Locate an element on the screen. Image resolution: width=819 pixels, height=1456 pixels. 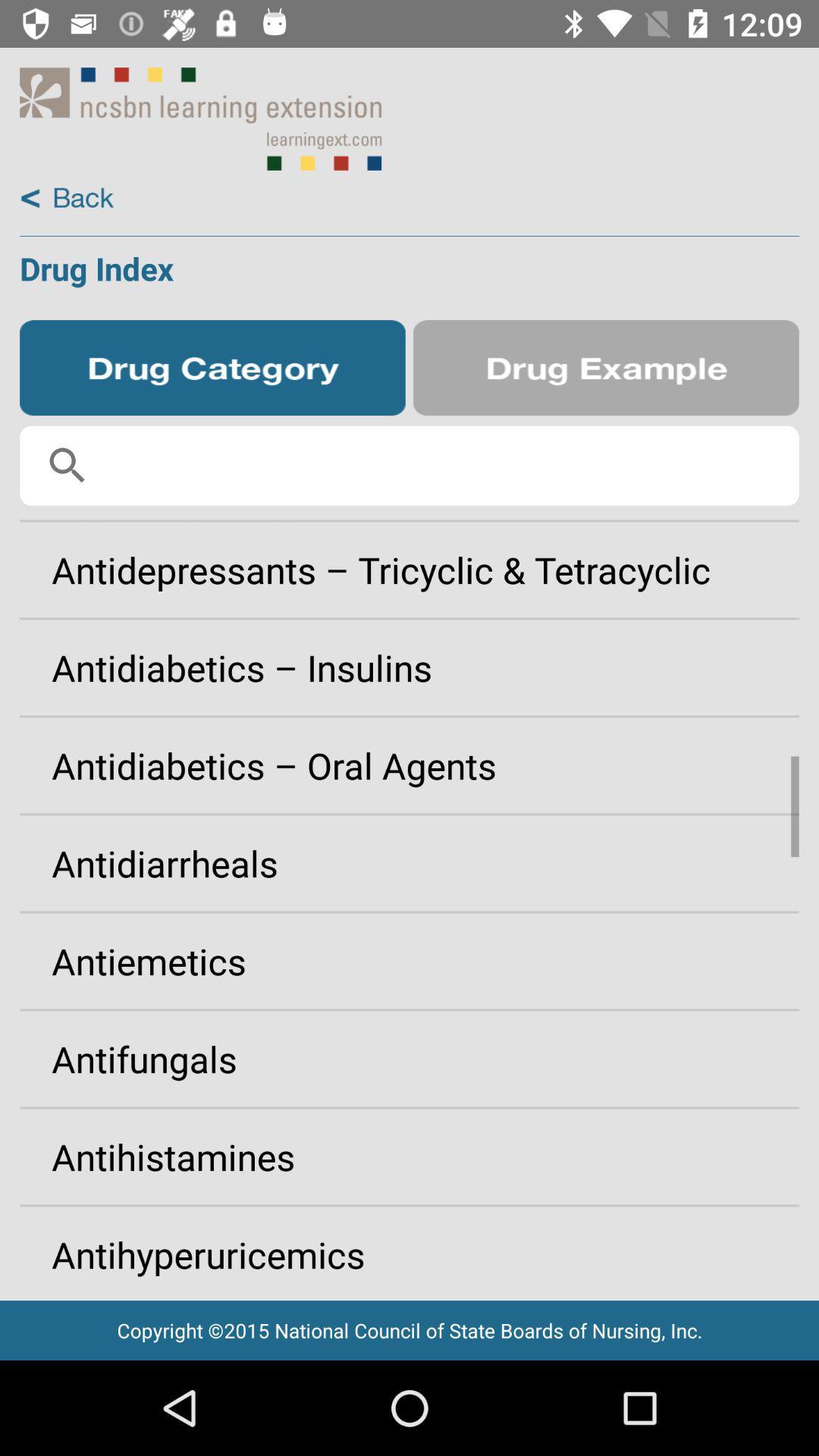
the antiemetics icon is located at coordinates (409, 960).